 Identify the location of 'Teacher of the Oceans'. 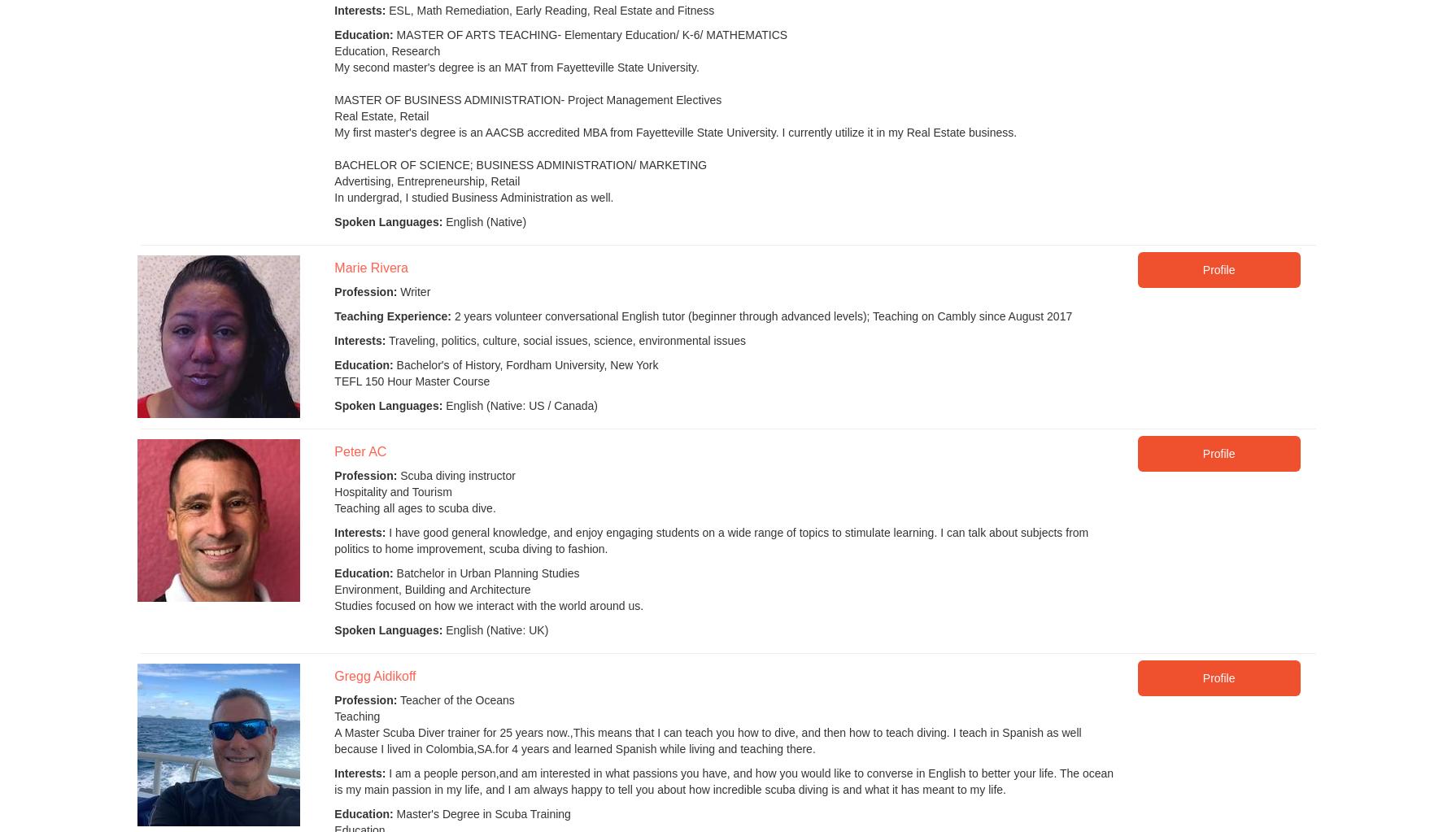
(454, 699).